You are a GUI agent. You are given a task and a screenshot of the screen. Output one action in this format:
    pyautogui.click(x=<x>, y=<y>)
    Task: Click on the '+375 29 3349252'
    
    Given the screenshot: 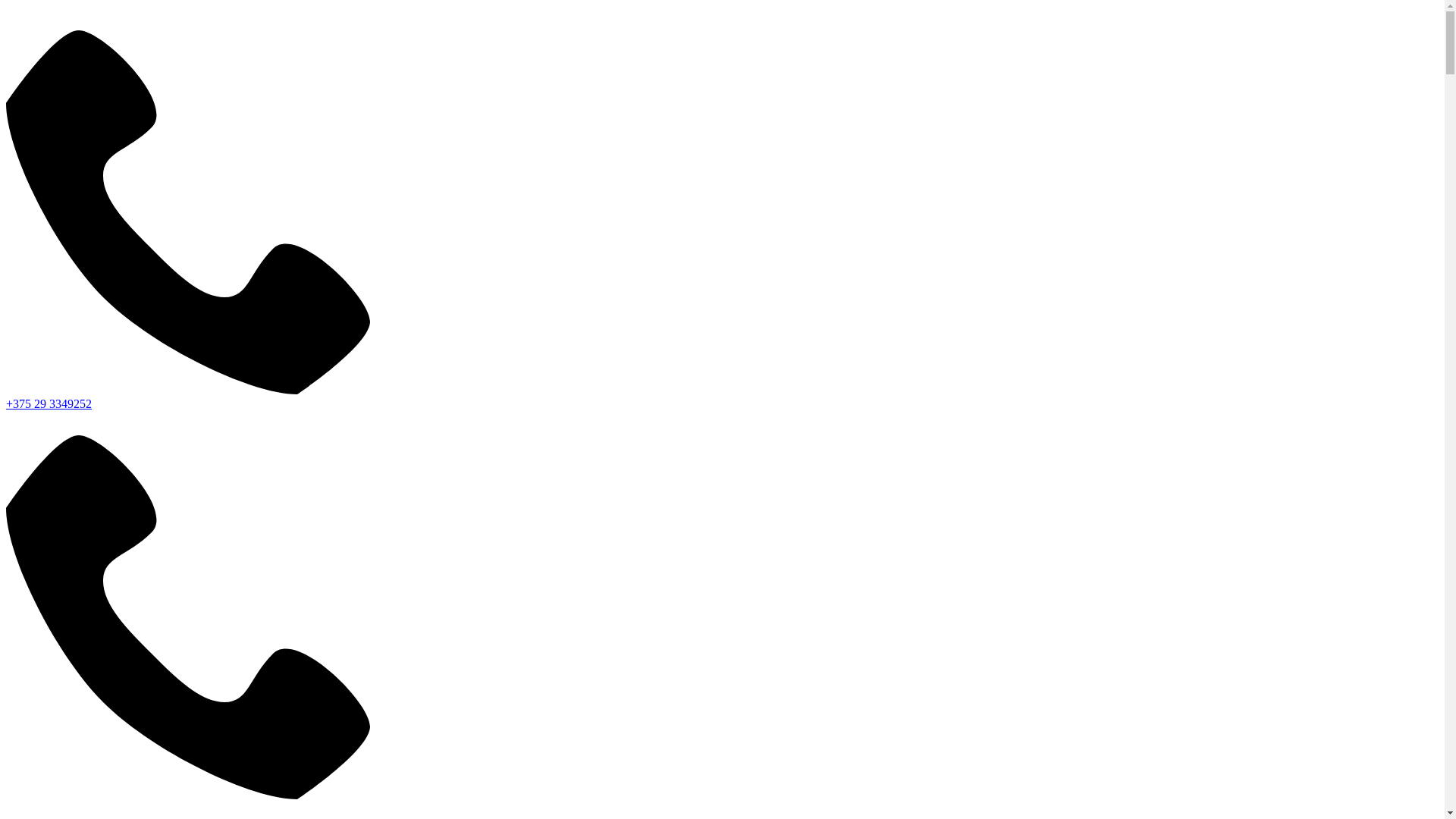 What is the action you would take?
    pyautogui.click(x=49, y=403)
    